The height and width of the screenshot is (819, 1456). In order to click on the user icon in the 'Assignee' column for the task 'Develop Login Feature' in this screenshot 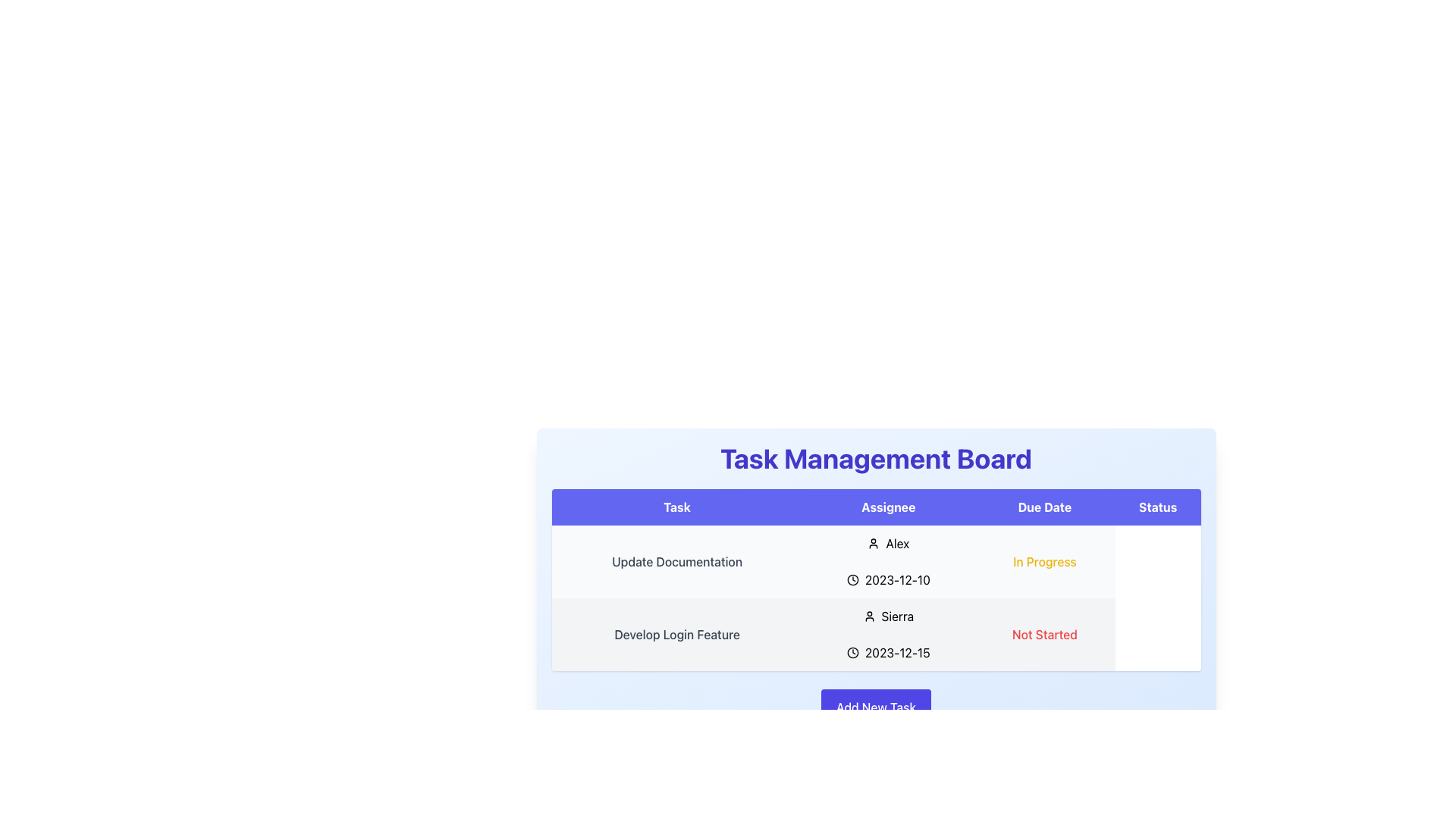, I will do `click(869, 617)`.